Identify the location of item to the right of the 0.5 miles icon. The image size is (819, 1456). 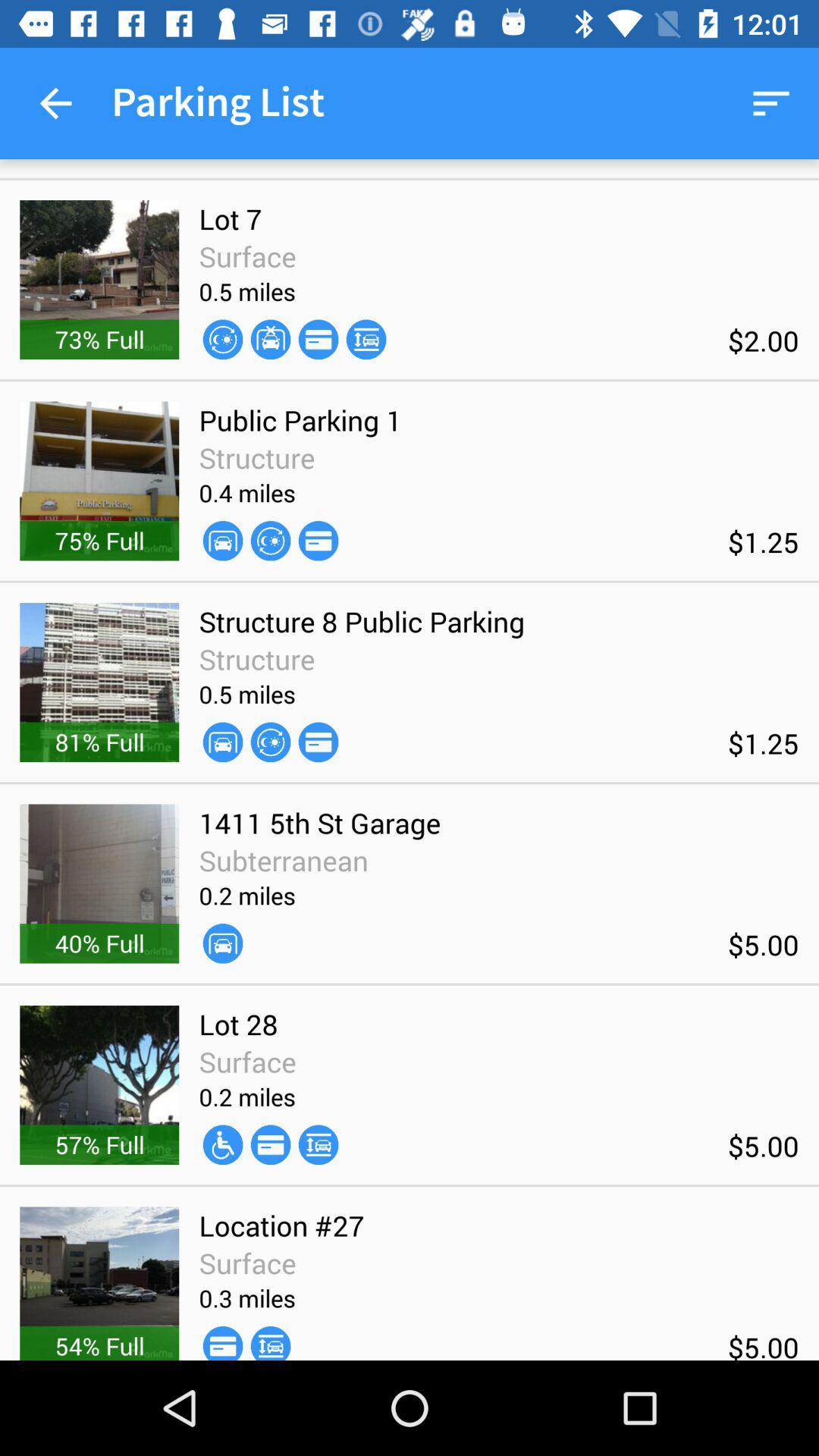
(318, 742).